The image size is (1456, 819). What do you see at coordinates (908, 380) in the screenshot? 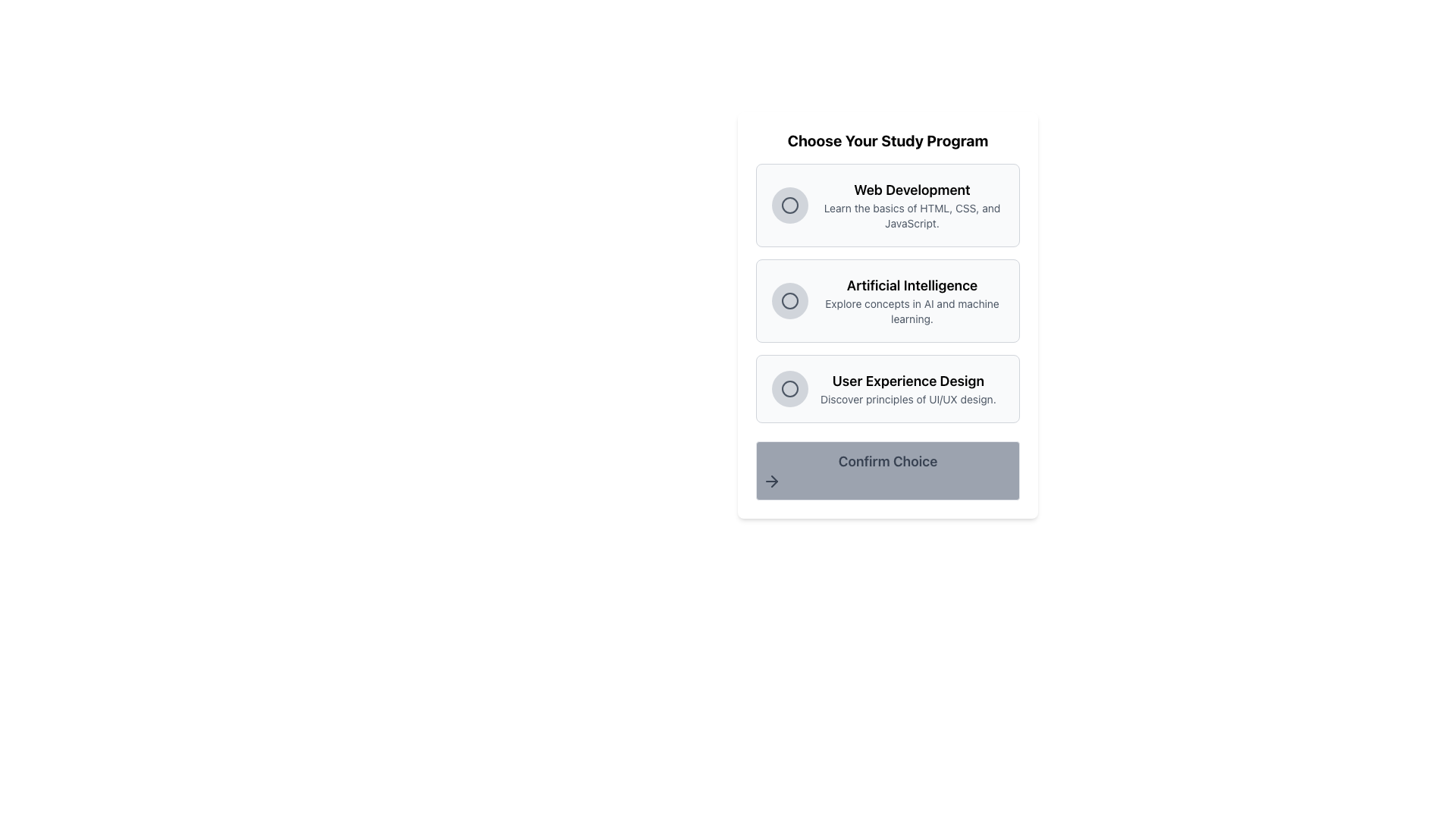
I see `the text label that displays the title of the selection option, which is positioned above the 'Confirm Choice' button and below the 'Web Development' and 'Artificial Intelligence' groupings` at bounding box center [908, 380].